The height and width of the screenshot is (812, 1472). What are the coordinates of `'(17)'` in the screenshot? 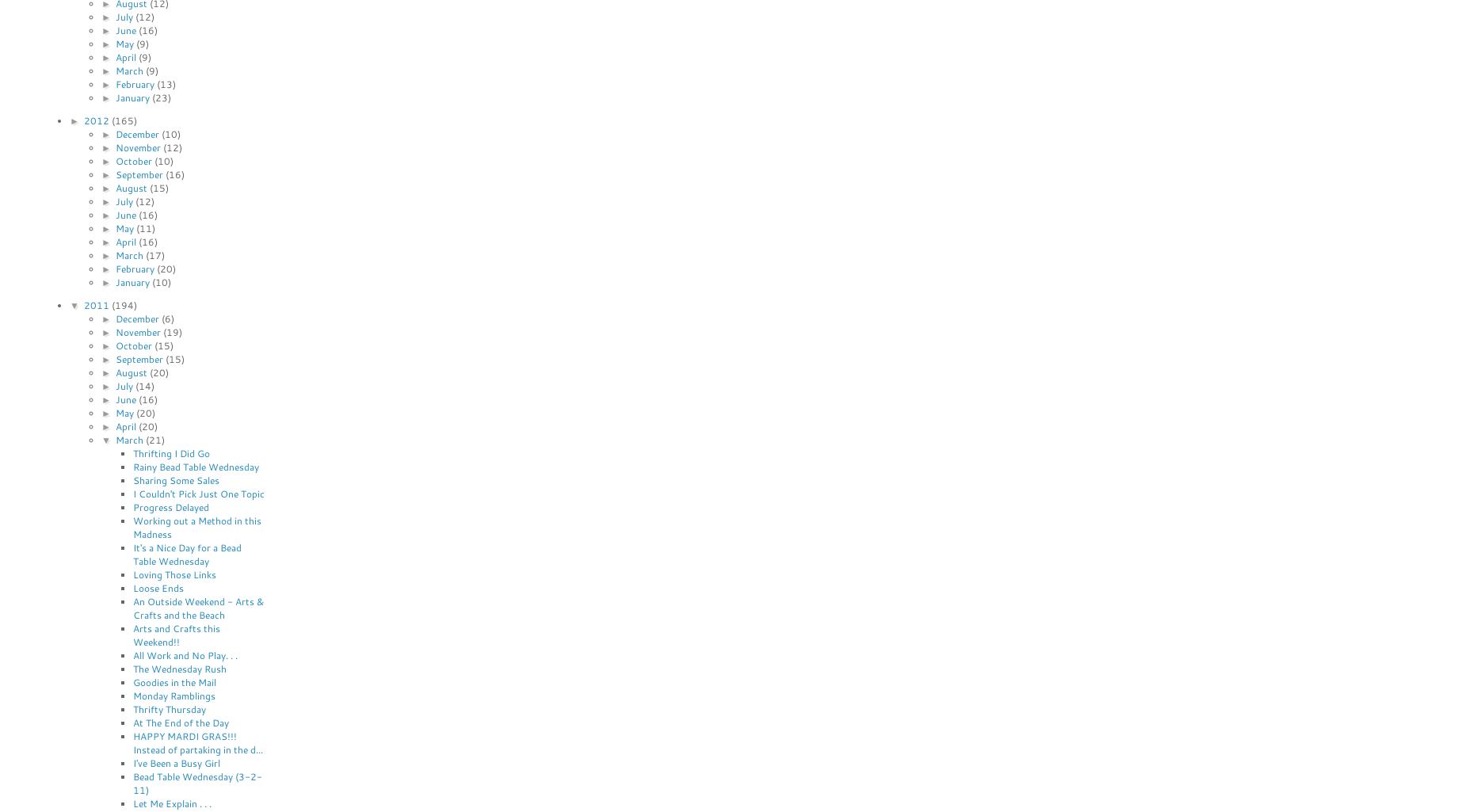 It's located at (154, 254).